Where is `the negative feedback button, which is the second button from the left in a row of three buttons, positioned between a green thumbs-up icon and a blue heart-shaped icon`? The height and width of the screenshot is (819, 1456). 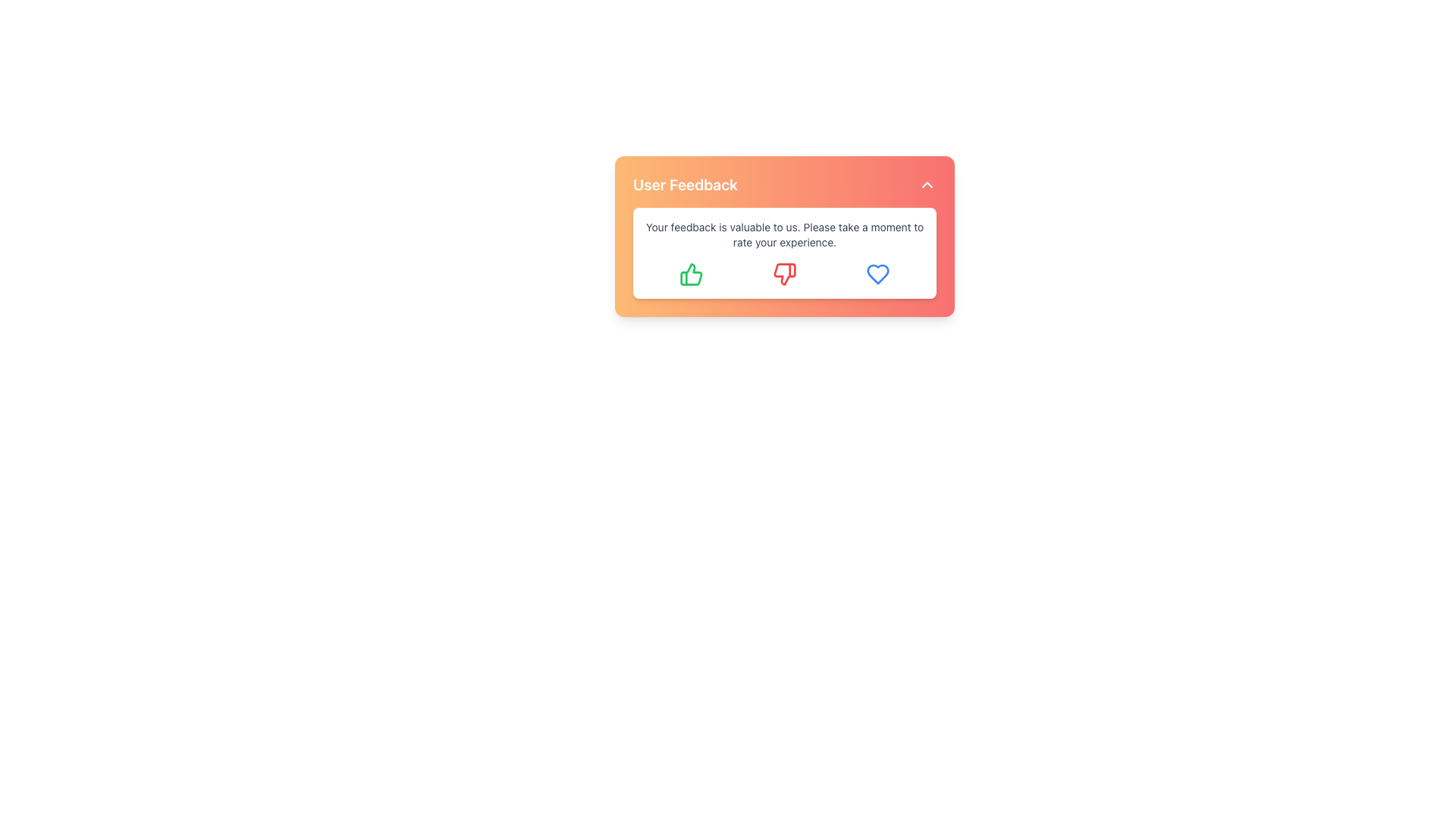
the negative feedback button, which is the second button from the left in a row of three buttons, positioned between a green thumbs-up icon and a blue heart-shaped icon is located at coordinates (785, 275).